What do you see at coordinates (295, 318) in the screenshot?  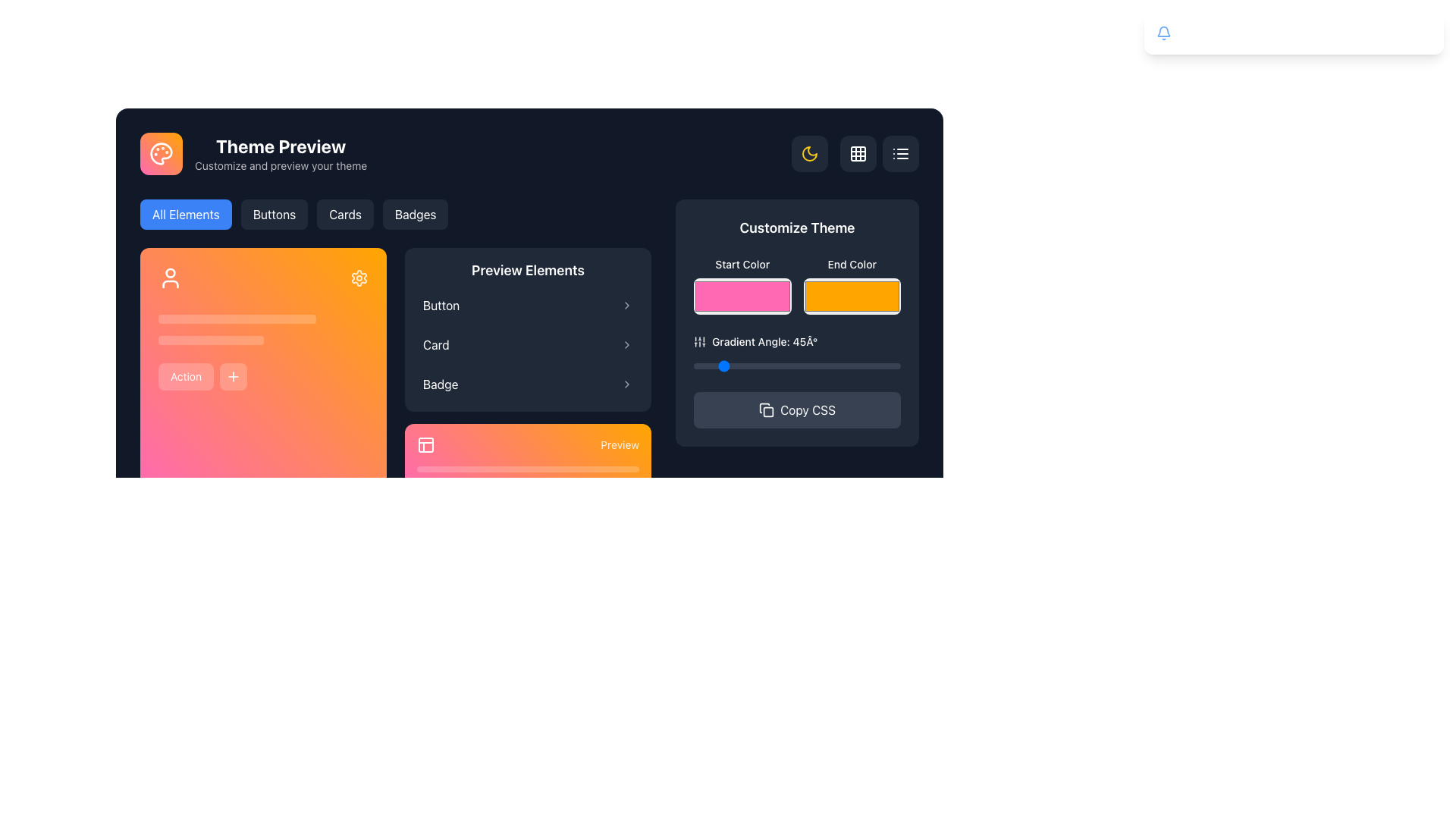 I see `the slider` at bounding box center [295, 318].